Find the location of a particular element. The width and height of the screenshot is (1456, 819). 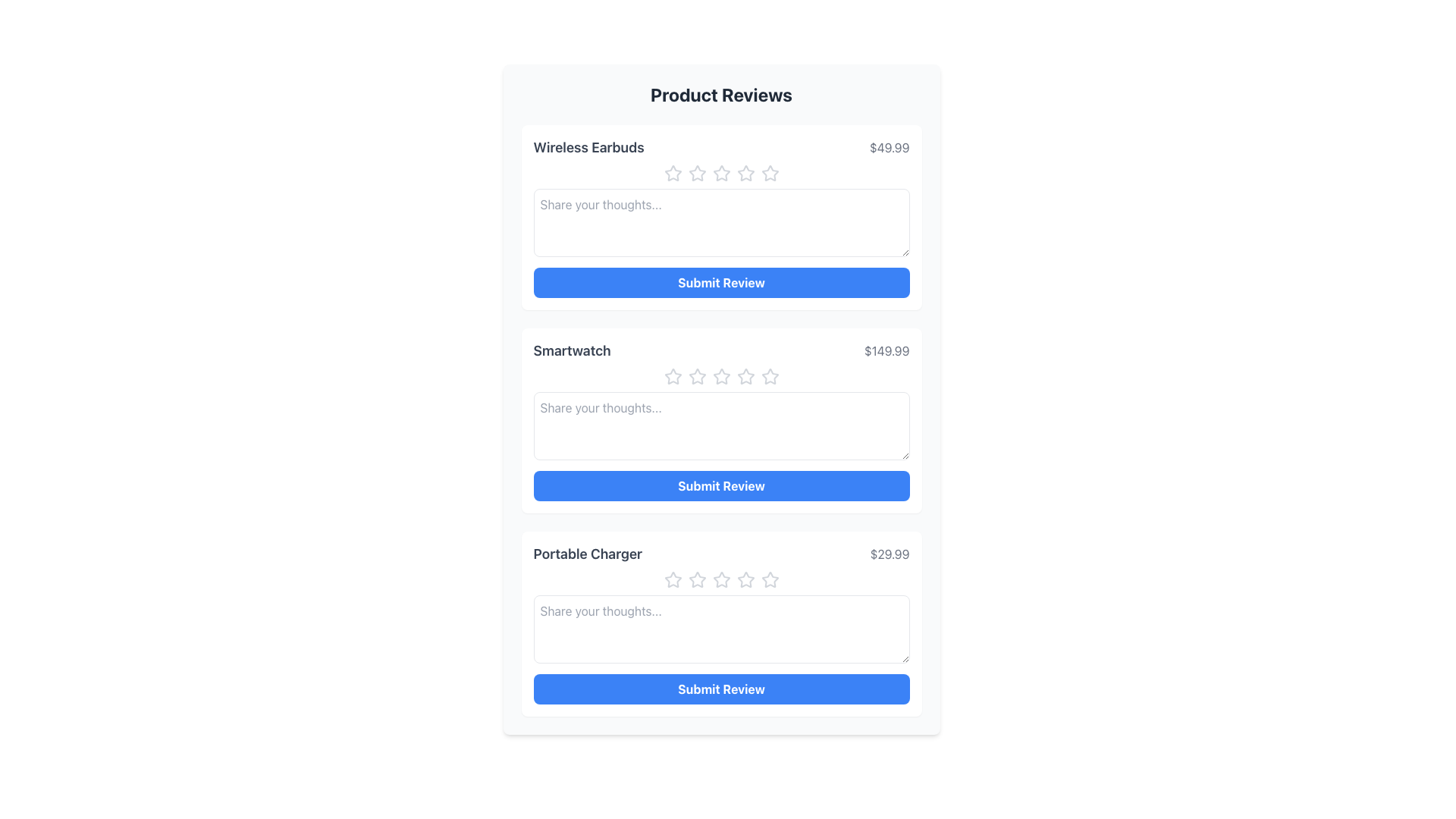

the text area labeled 'Share your thoughts...' in the review input card for 'Wireless Earbuds' to write a review is located at coordinates (720, 217).